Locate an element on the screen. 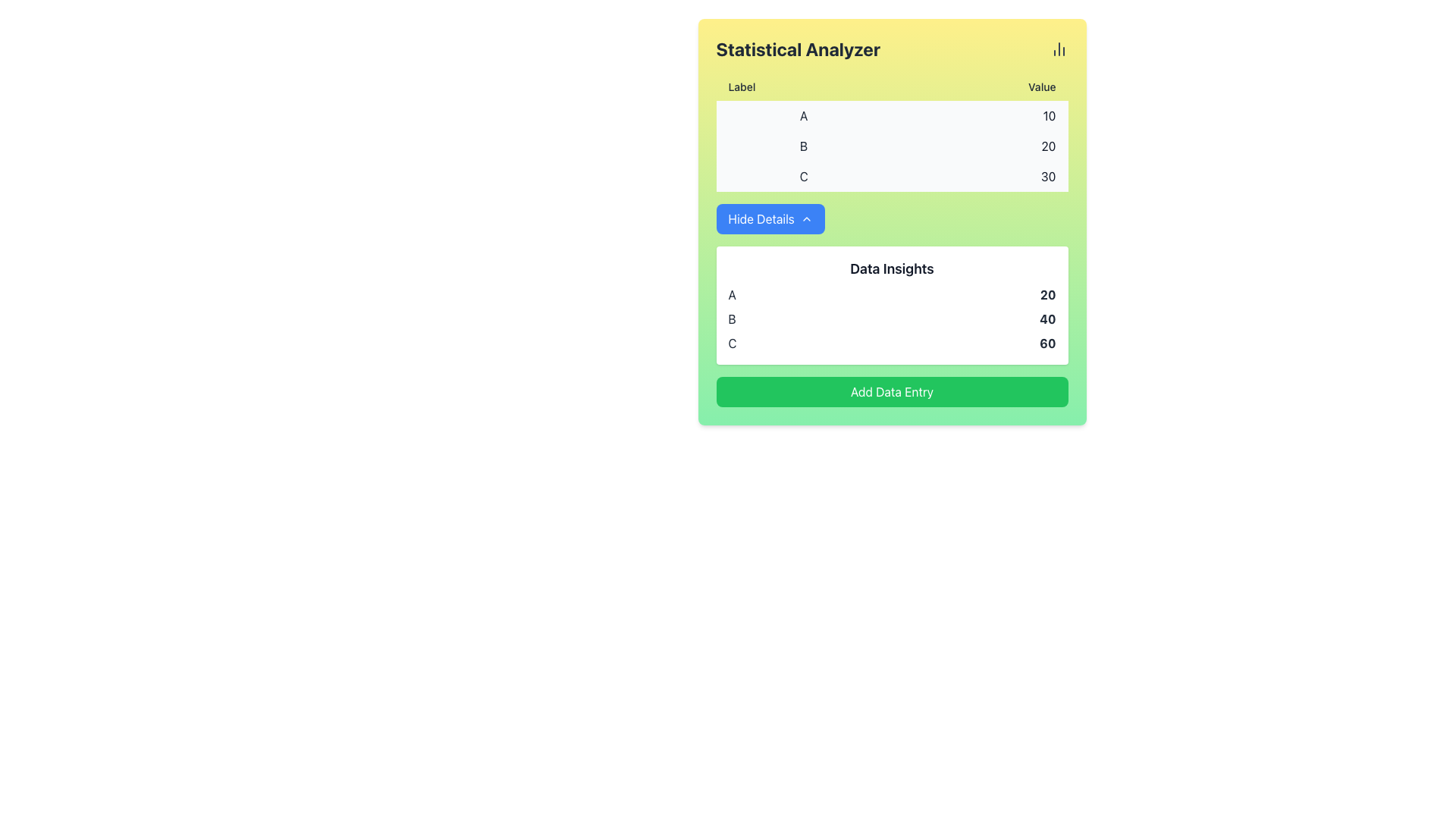 This screenshot has width=1456, height=819. the text label located in the middle row of the grid, which is positioned between the labels 'A' above and 'C' below is located at coordinates (803, 146).